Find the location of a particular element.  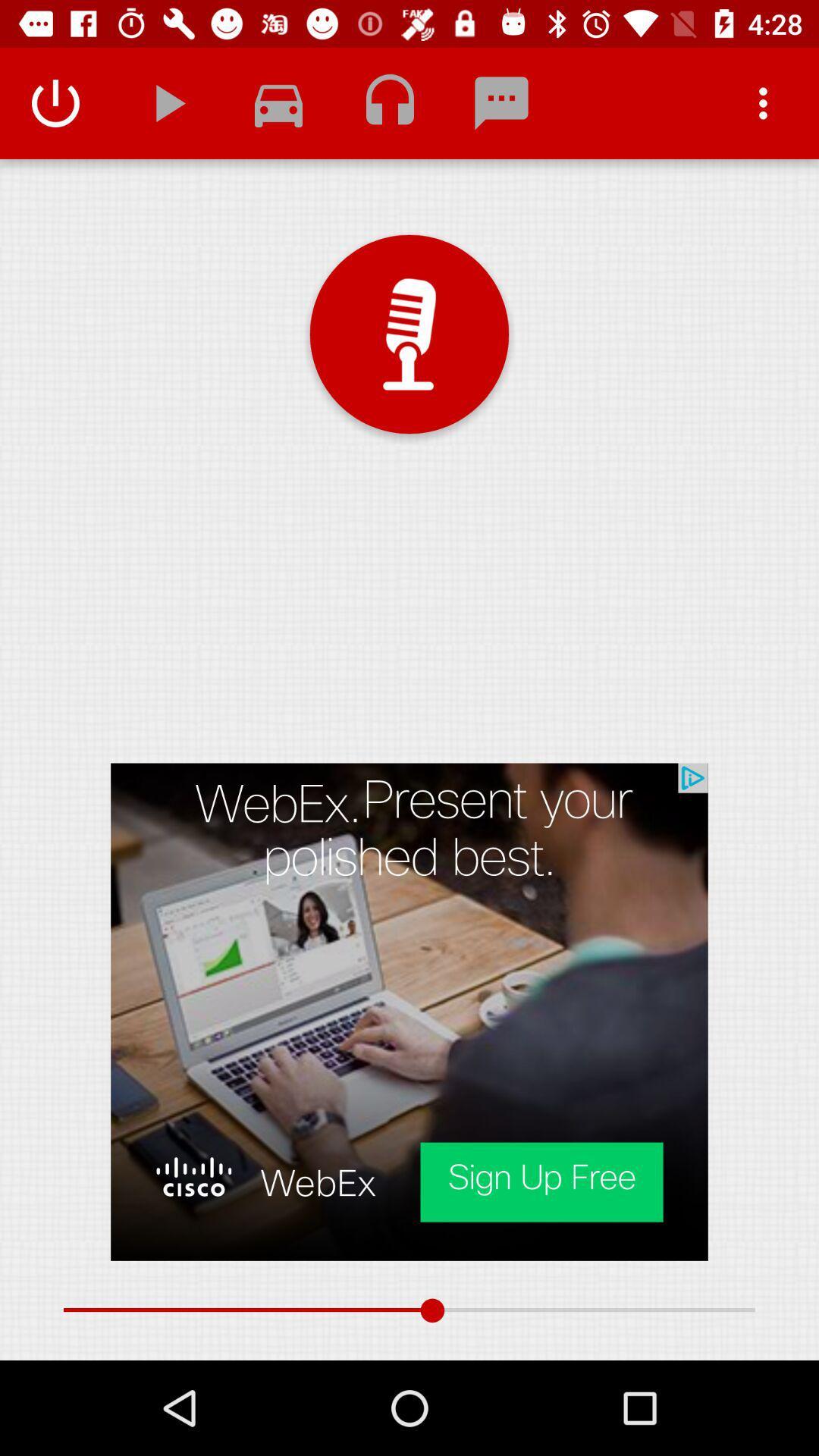

the more icon is located at coordinates (763, 102).